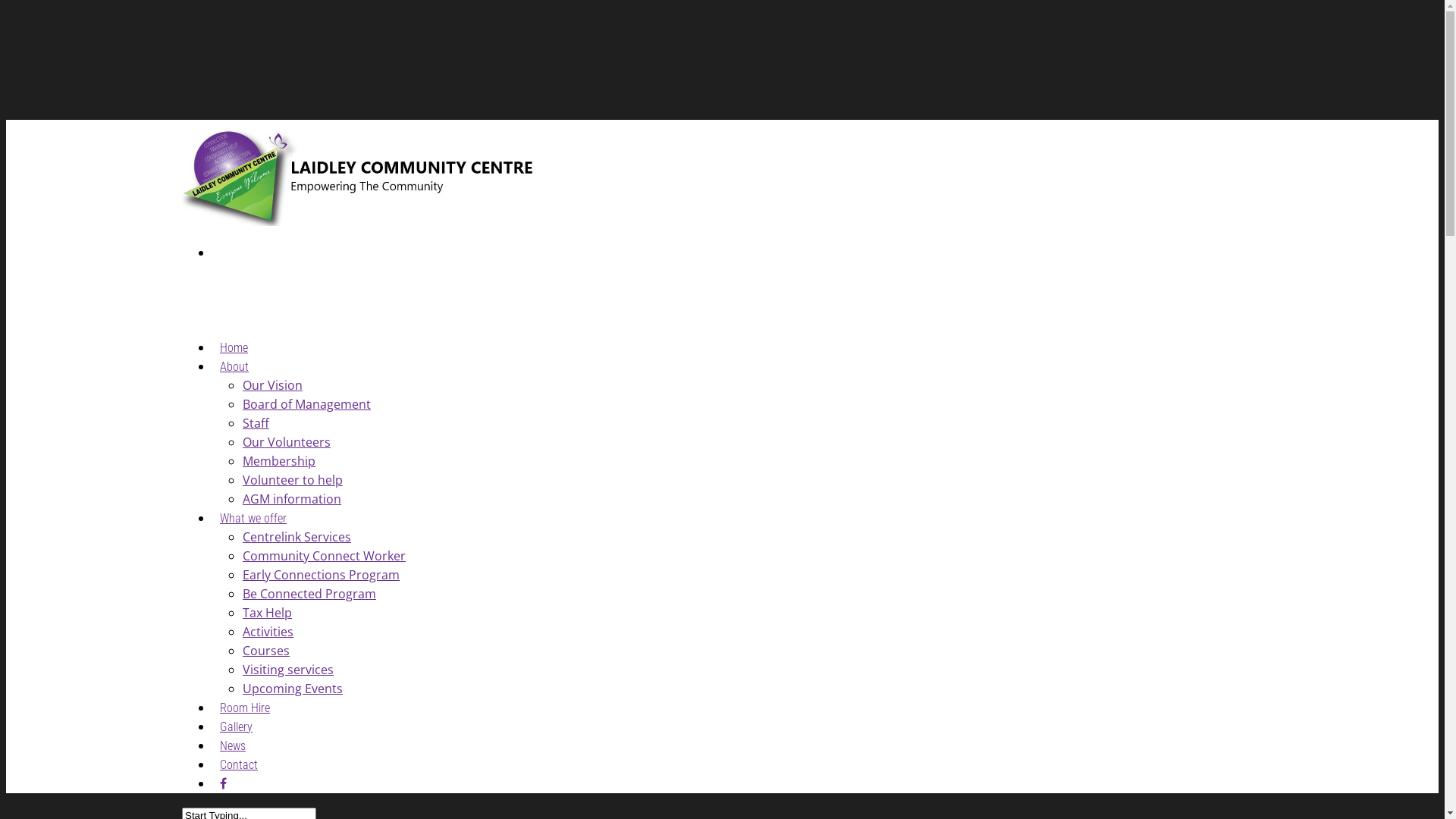 The height and width of the screenshot is (819, 1456). Describe the element at coordinates (233, 351) in the screenshot. I see `'Home'` at that location.